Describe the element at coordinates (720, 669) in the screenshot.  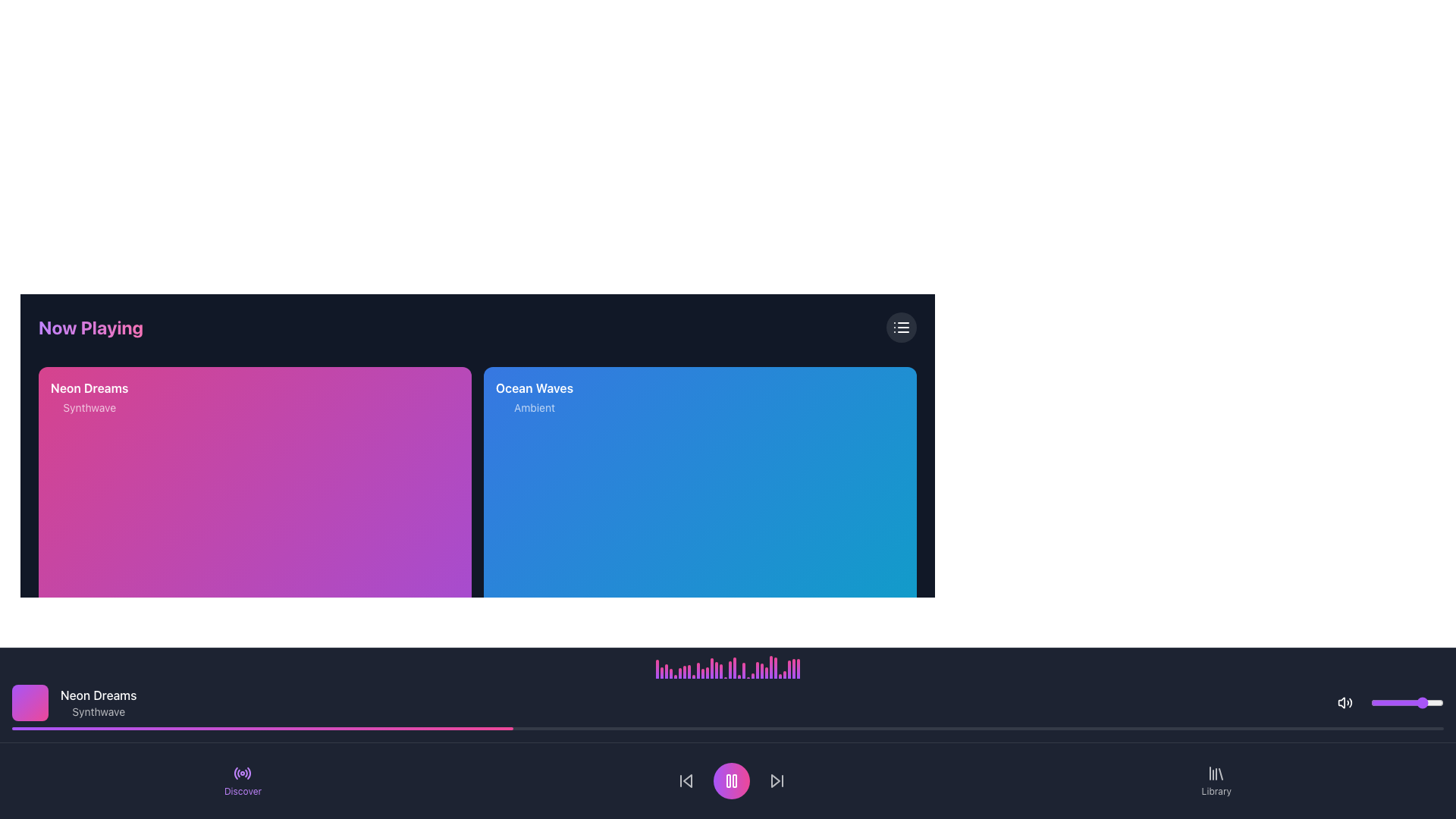
I see `the 15th vertical bar in the equalizer visualization, which has a gradient color scheme from purple at the top to pink at the bottom` at that location.